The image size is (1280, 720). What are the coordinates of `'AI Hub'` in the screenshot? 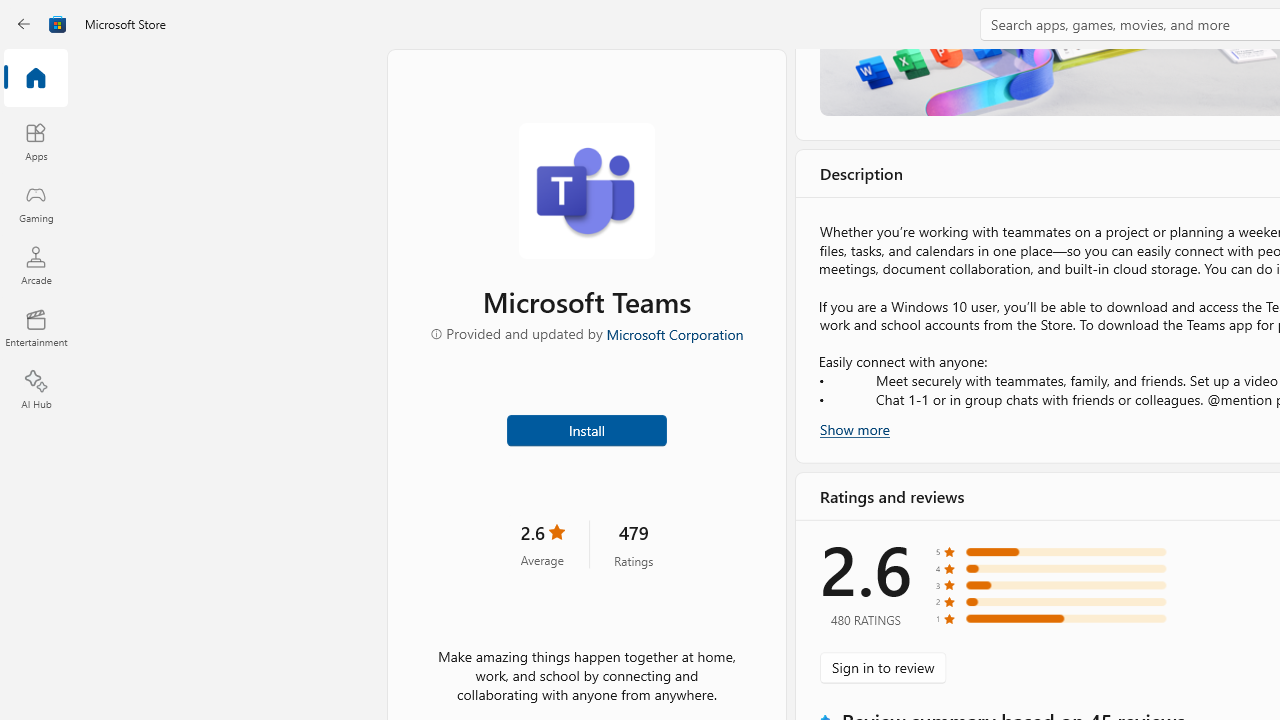 It's located at (35, 390).